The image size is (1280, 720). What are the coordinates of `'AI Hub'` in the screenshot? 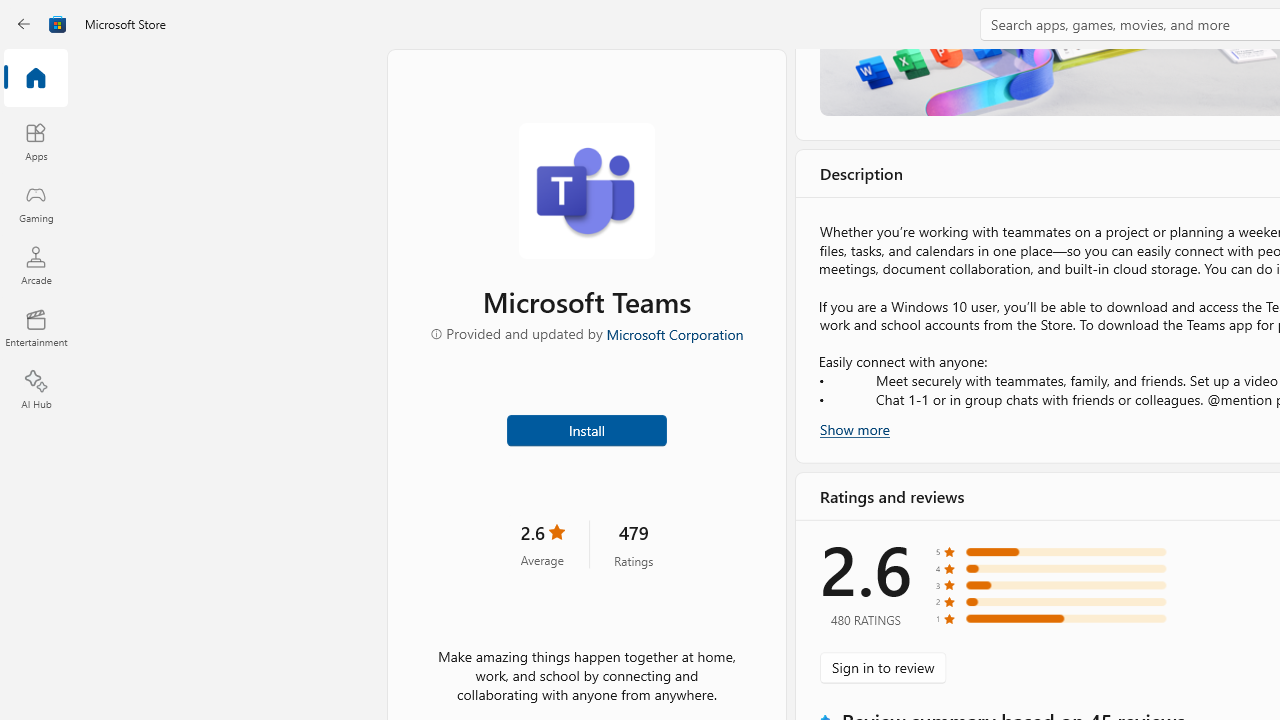 It's located at (35, 390).